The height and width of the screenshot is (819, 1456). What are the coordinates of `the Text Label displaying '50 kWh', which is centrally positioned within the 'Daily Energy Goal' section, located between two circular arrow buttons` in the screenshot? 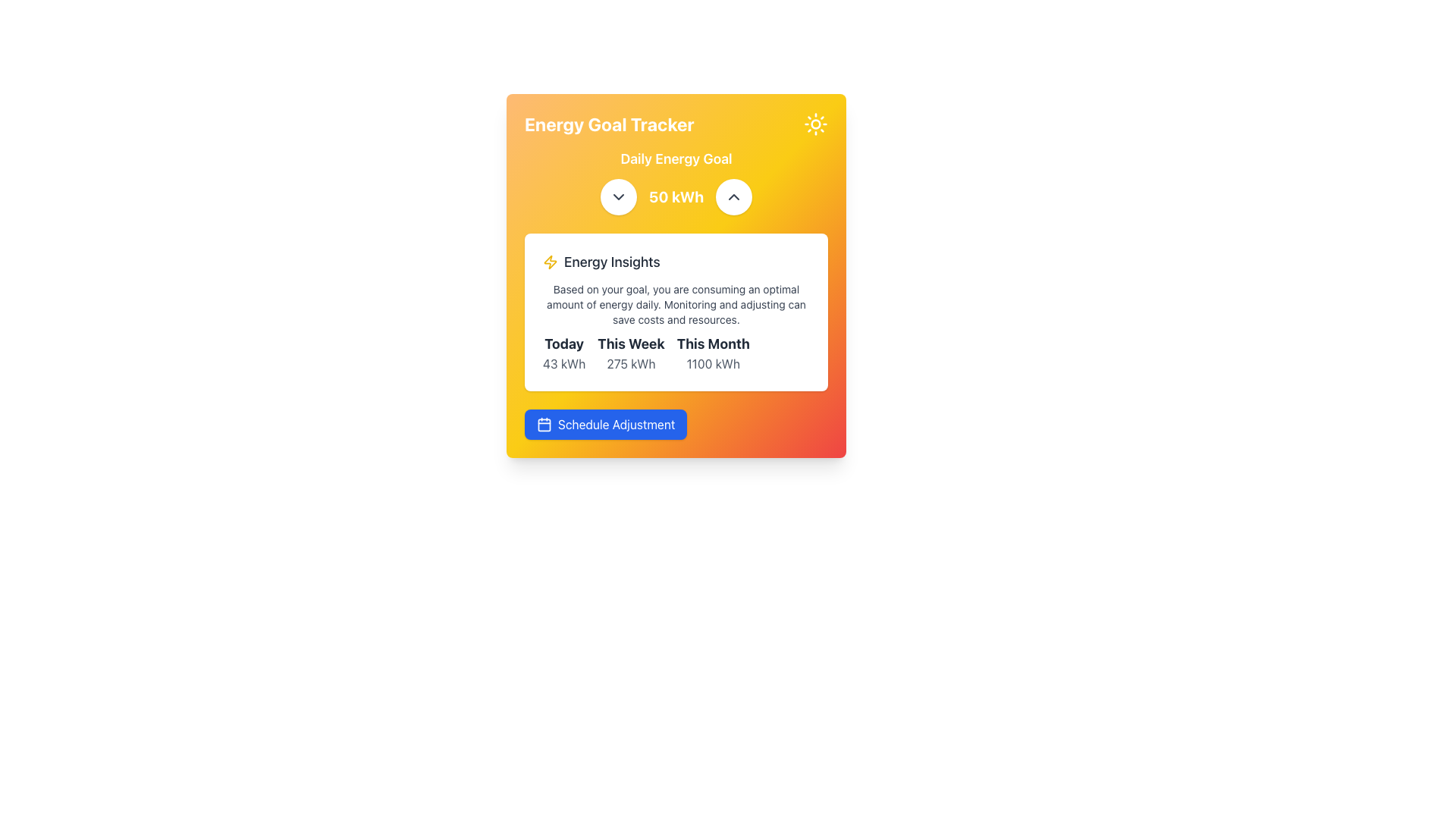 It's located at (676, 196).